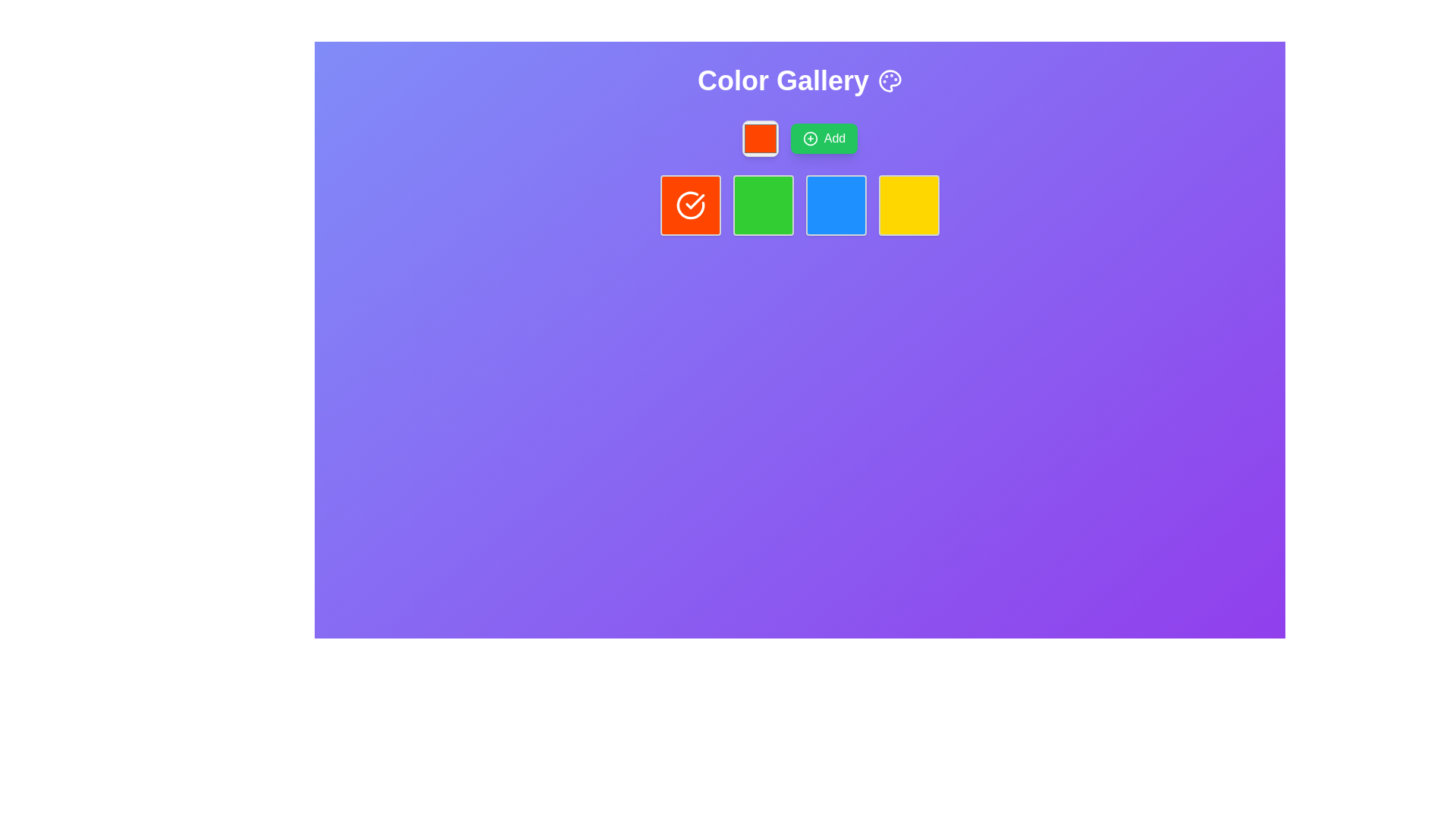 This screenshot has width=1456, height=819. What do you see at coordinates (836, 205) in the screenshot?
I see `the visual display block located in the third position of a horizontal sequence of four square blocks in the grid layout` at bounding box center [836, 205].